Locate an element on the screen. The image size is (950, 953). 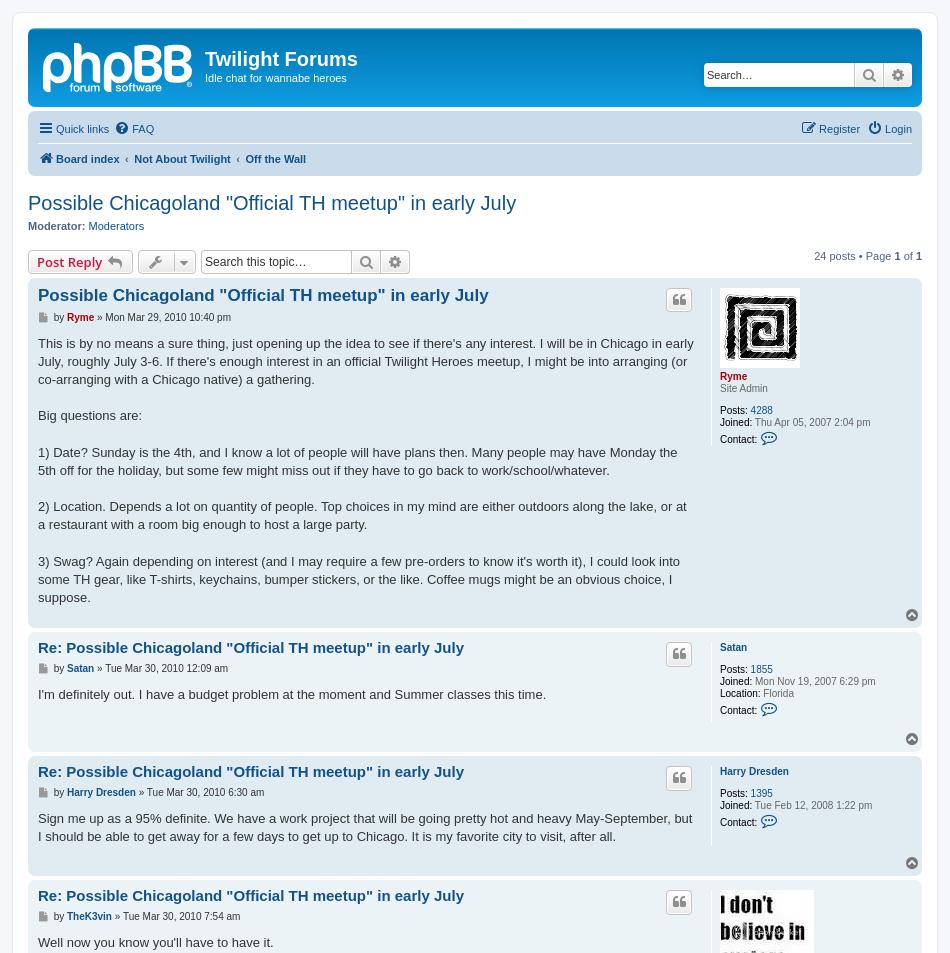
'Moderators' is located at coordinates (115, 224).